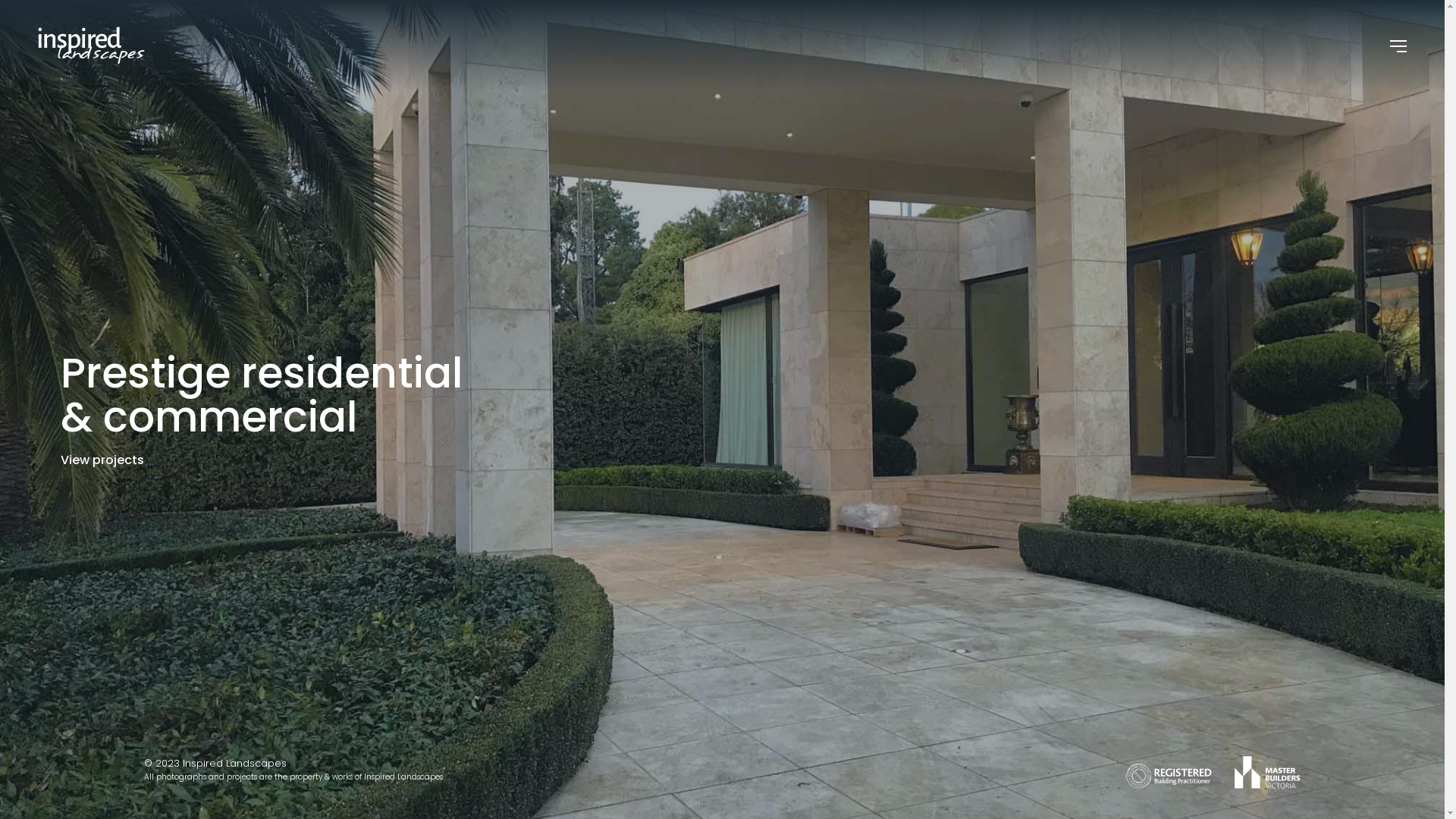 The height and width of the screenshot is (819, 1456). What do you see at coordinates (101, 459) in the screenshot?
I see `'View projects'` at bounding box center [101, 459].